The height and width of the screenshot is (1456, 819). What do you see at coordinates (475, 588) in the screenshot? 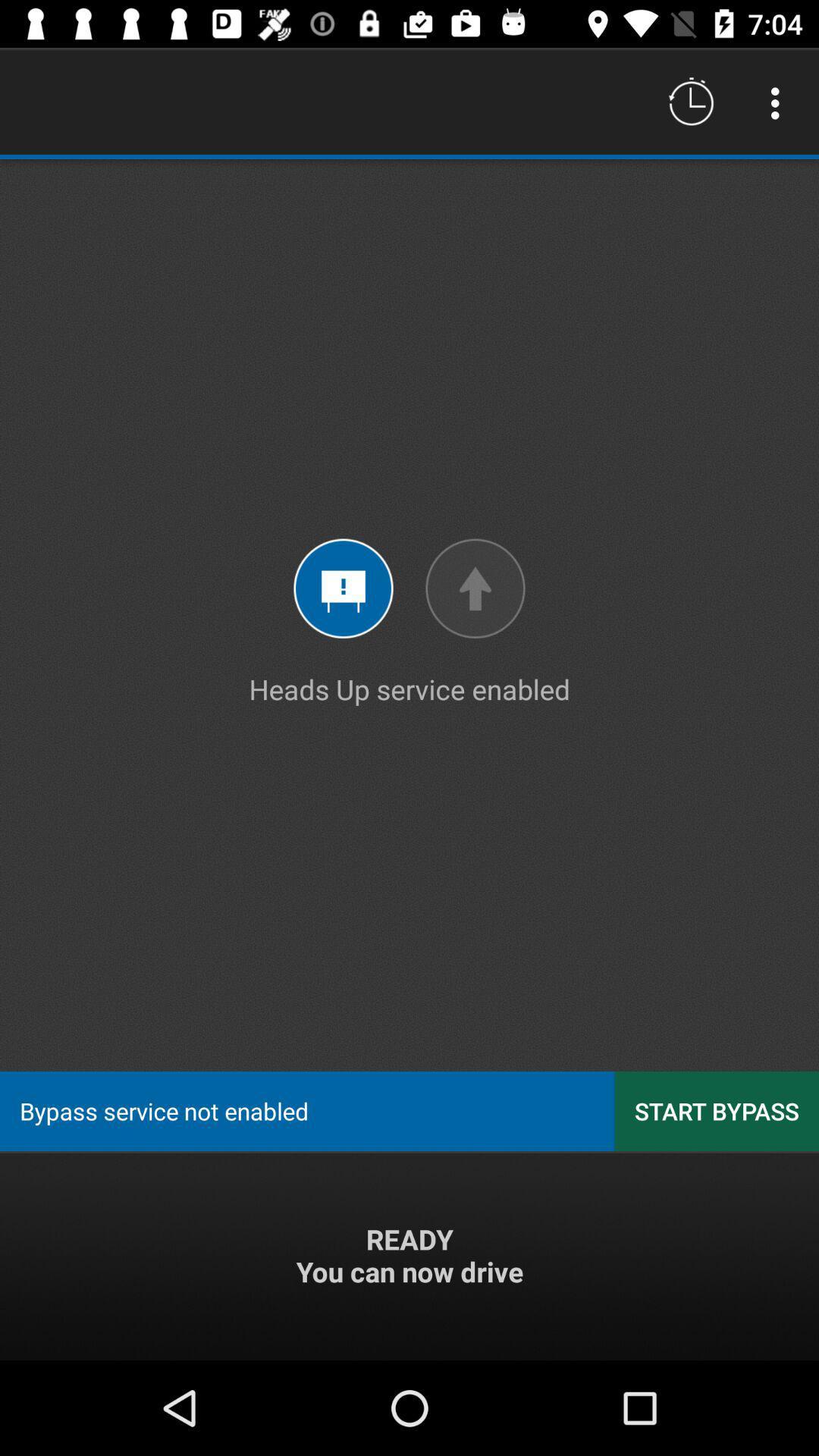
I see `the arrow_upward icon` at bounding box center [475, 588].